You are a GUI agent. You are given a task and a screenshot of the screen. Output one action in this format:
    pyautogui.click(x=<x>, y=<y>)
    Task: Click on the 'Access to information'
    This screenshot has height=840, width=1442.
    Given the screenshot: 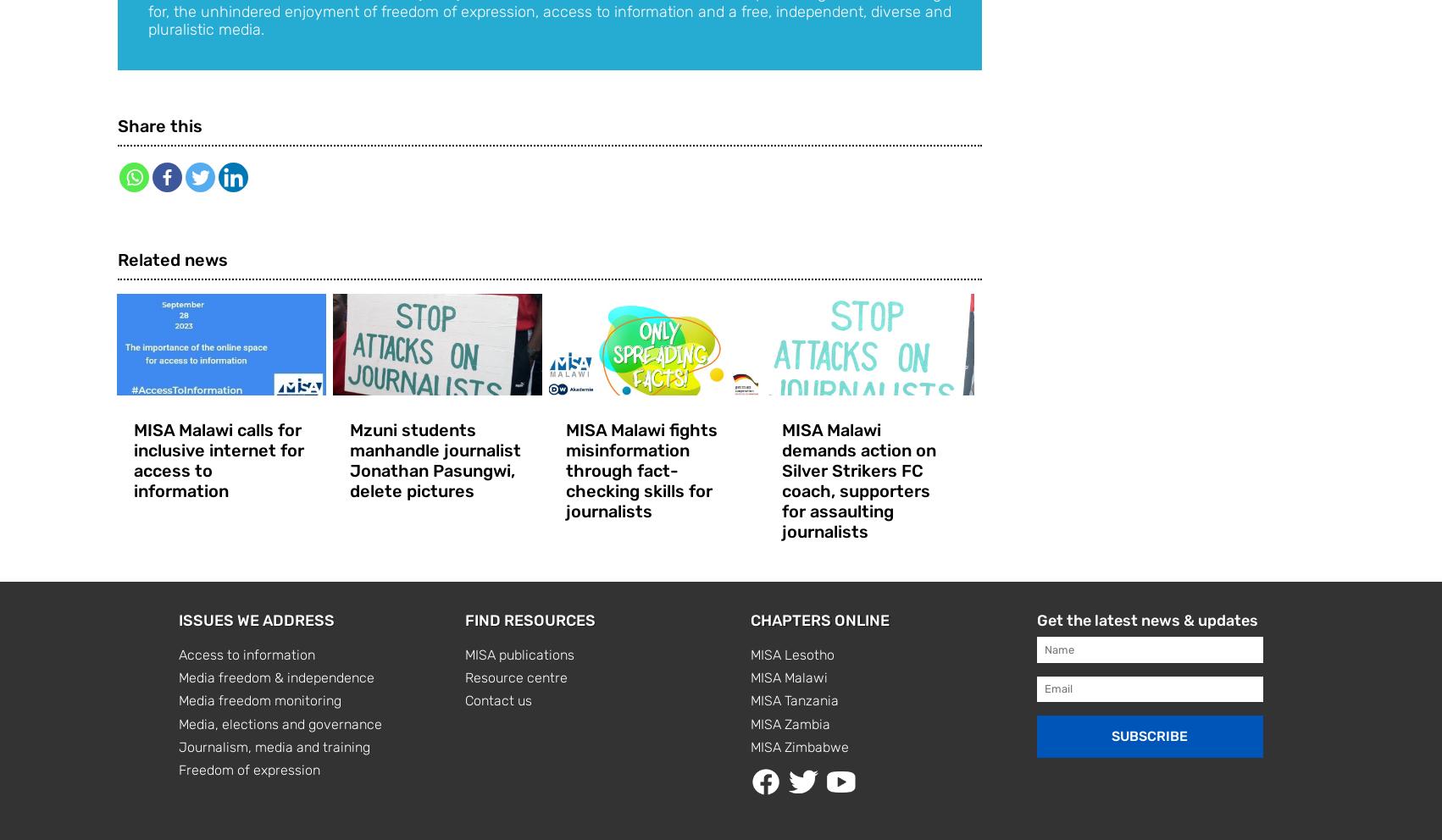 What is the action you would take?
    pyautogui.click(x=247, y=653)
    